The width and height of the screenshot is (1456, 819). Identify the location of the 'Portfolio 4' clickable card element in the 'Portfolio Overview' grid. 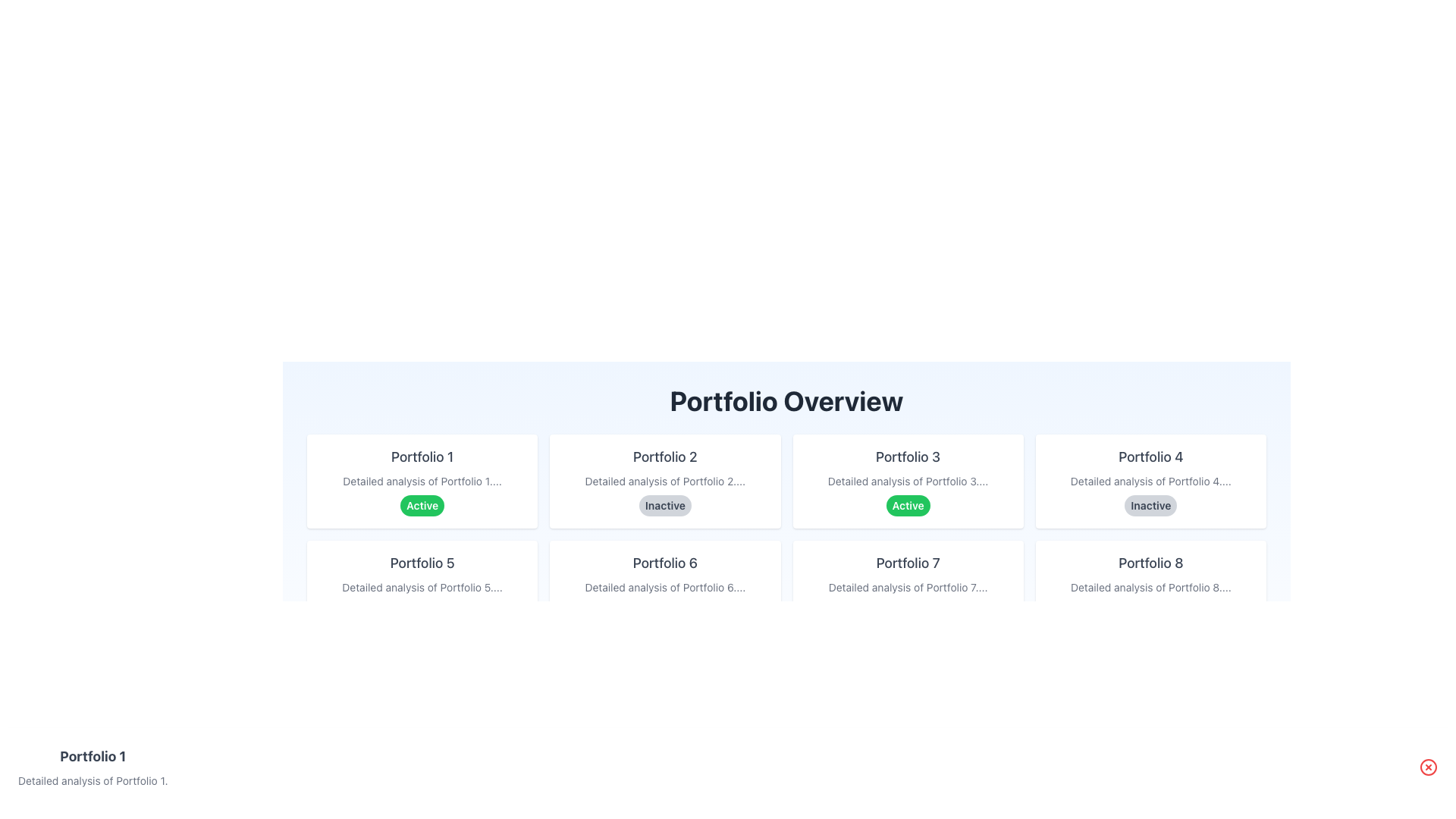
(1150, 482).